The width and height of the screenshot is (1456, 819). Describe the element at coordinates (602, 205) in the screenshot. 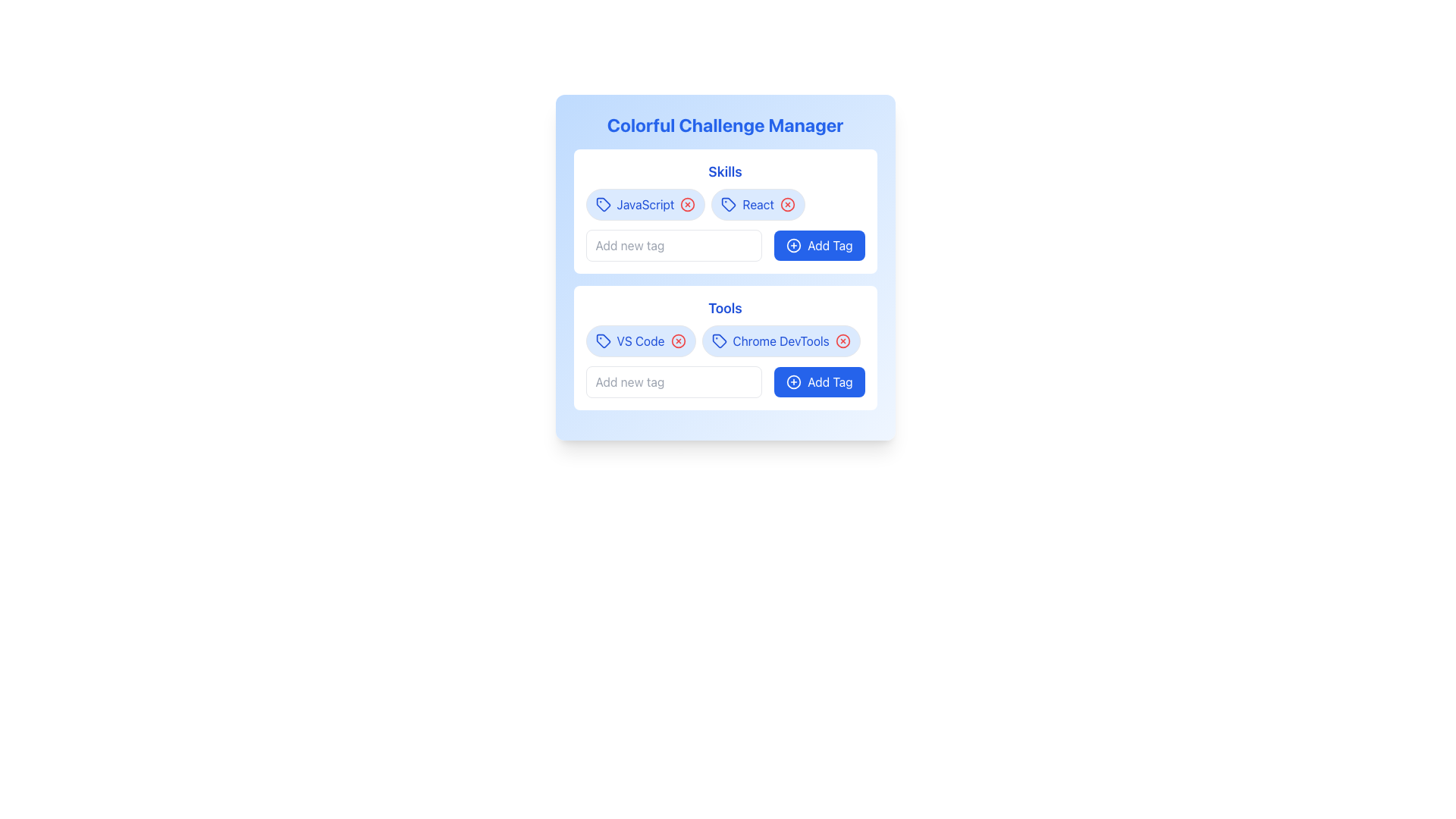

I see `the decorative icon shaped like a tag with a blue border and white background located in the 'Skills' section, near the 'JavaScript' label and to the left of the red deletion button` at that location.